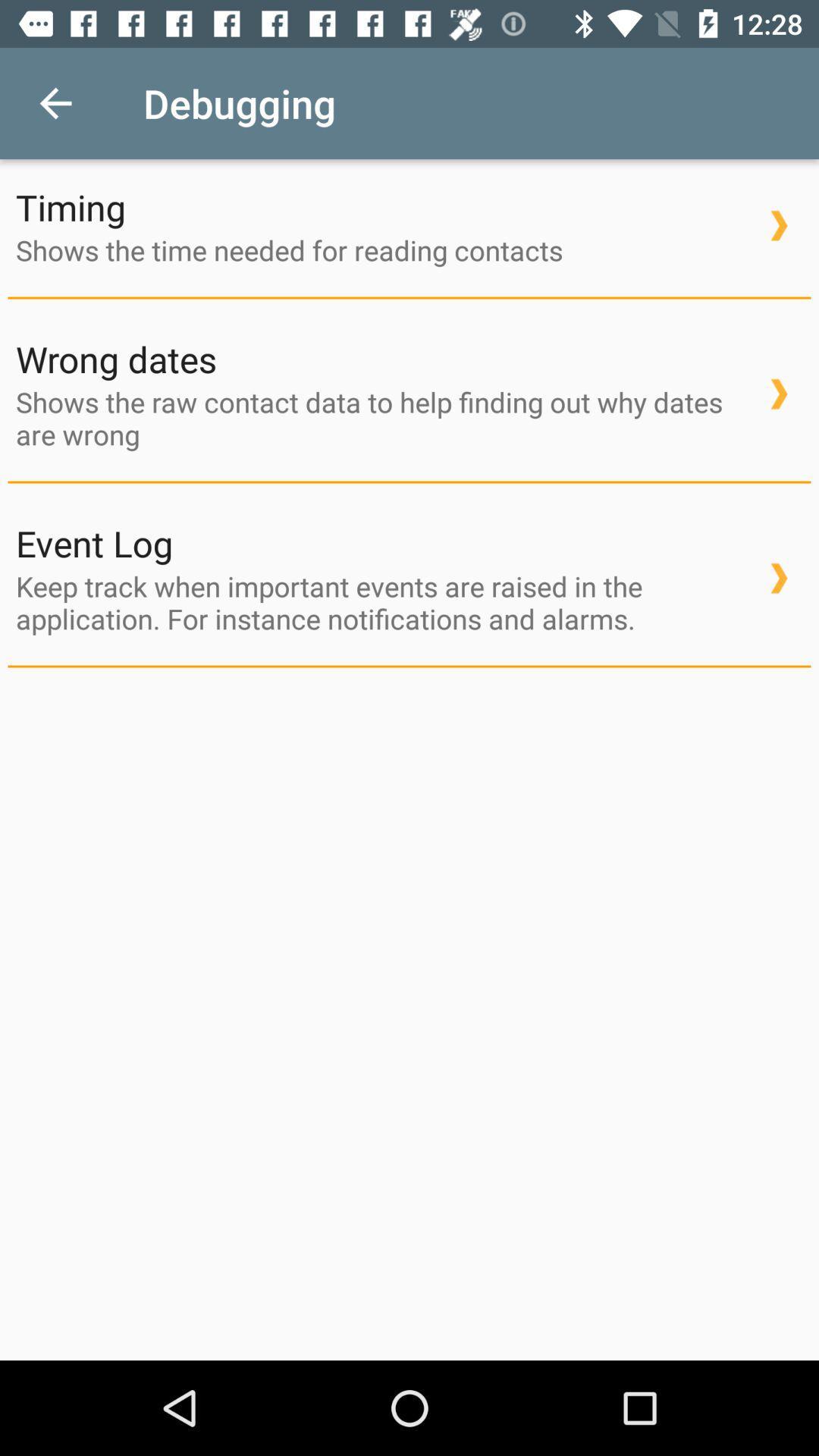  What do you see at coordinates (55, 102) in the screenshot?
I see `the item above timing item` at bounding box center [55, 102].